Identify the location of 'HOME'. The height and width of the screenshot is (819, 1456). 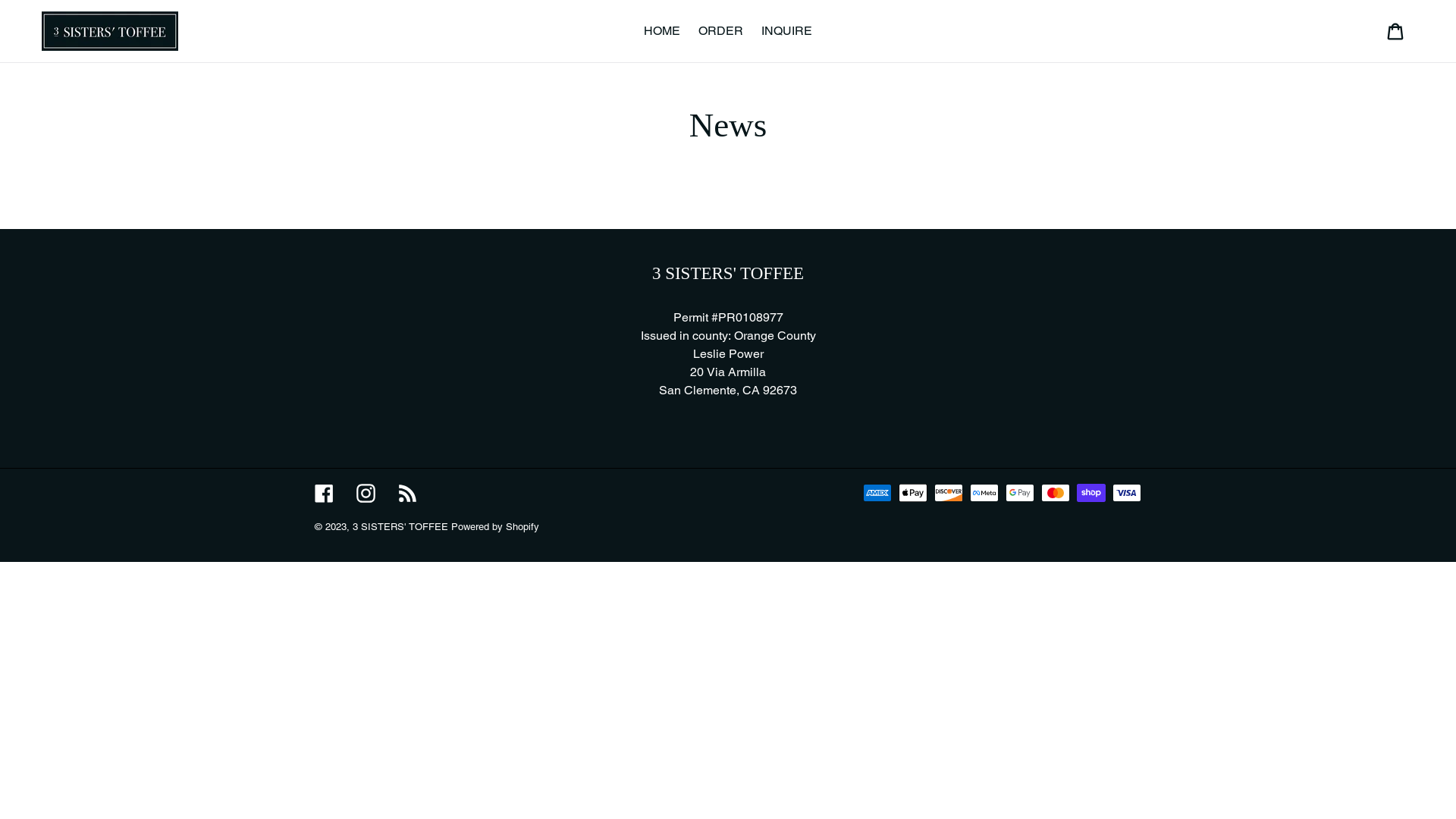
(662, 31).